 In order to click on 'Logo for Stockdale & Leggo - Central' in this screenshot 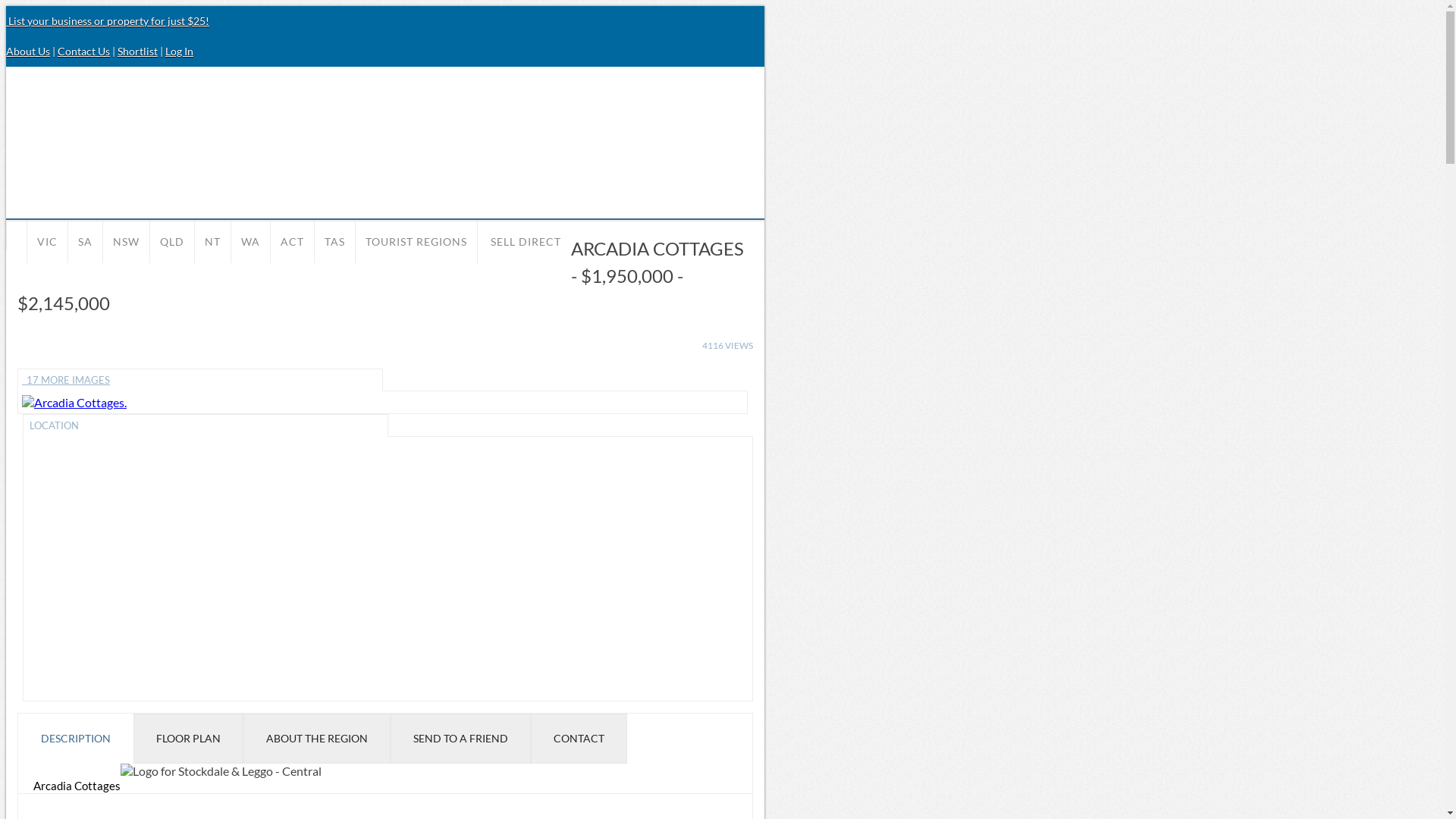, I will do `click(119, 770)`.